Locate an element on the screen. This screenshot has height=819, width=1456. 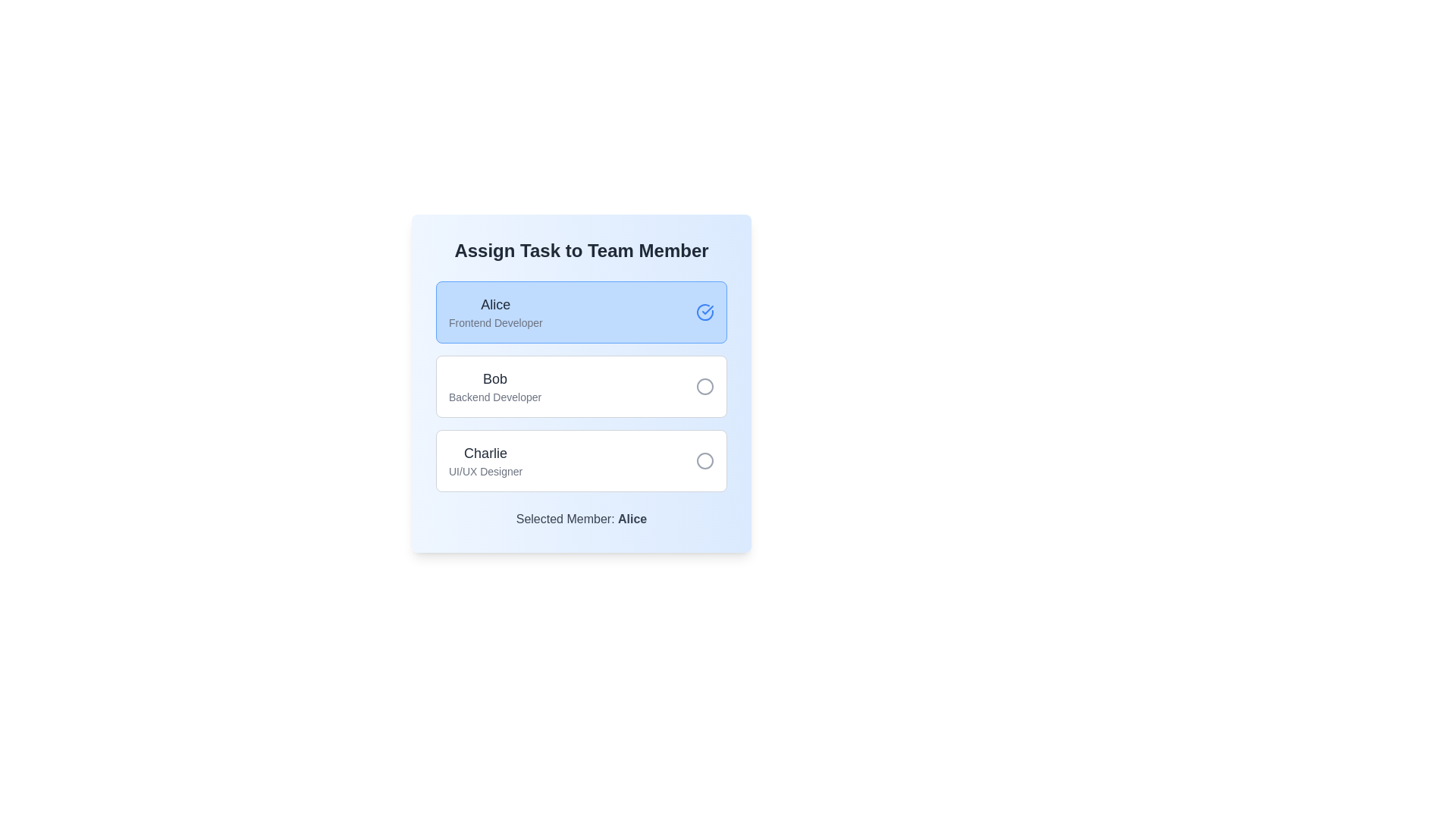
the radio button is located at coordinates (704, 460).